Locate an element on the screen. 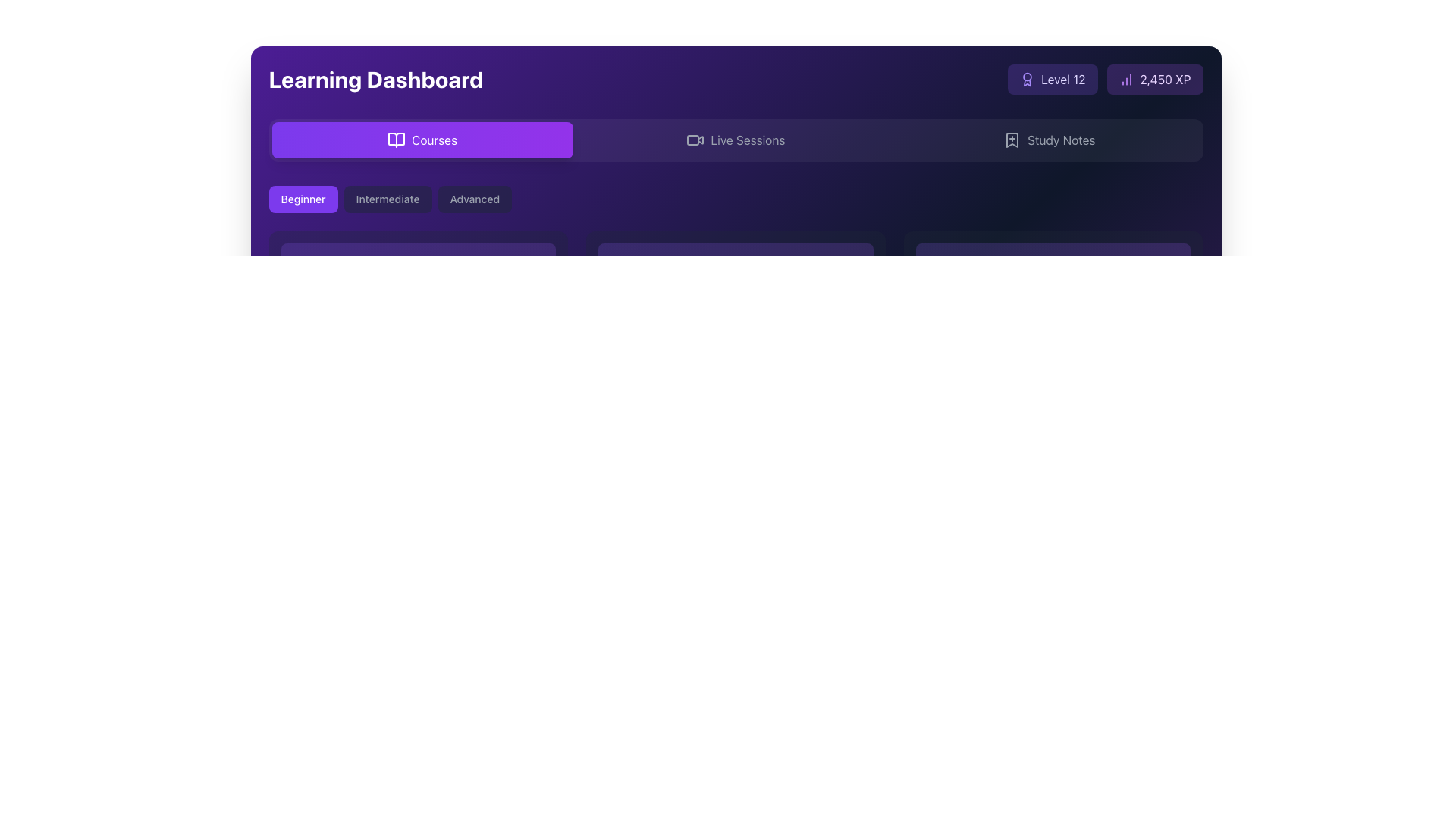 The width and height of the screenshot is (1456, 819). the video-camera icon located in the 'Live Sessions' section of the navigation bar, positioned centrally within the 'Live Sessions' button is located at coordinates (695, 140).